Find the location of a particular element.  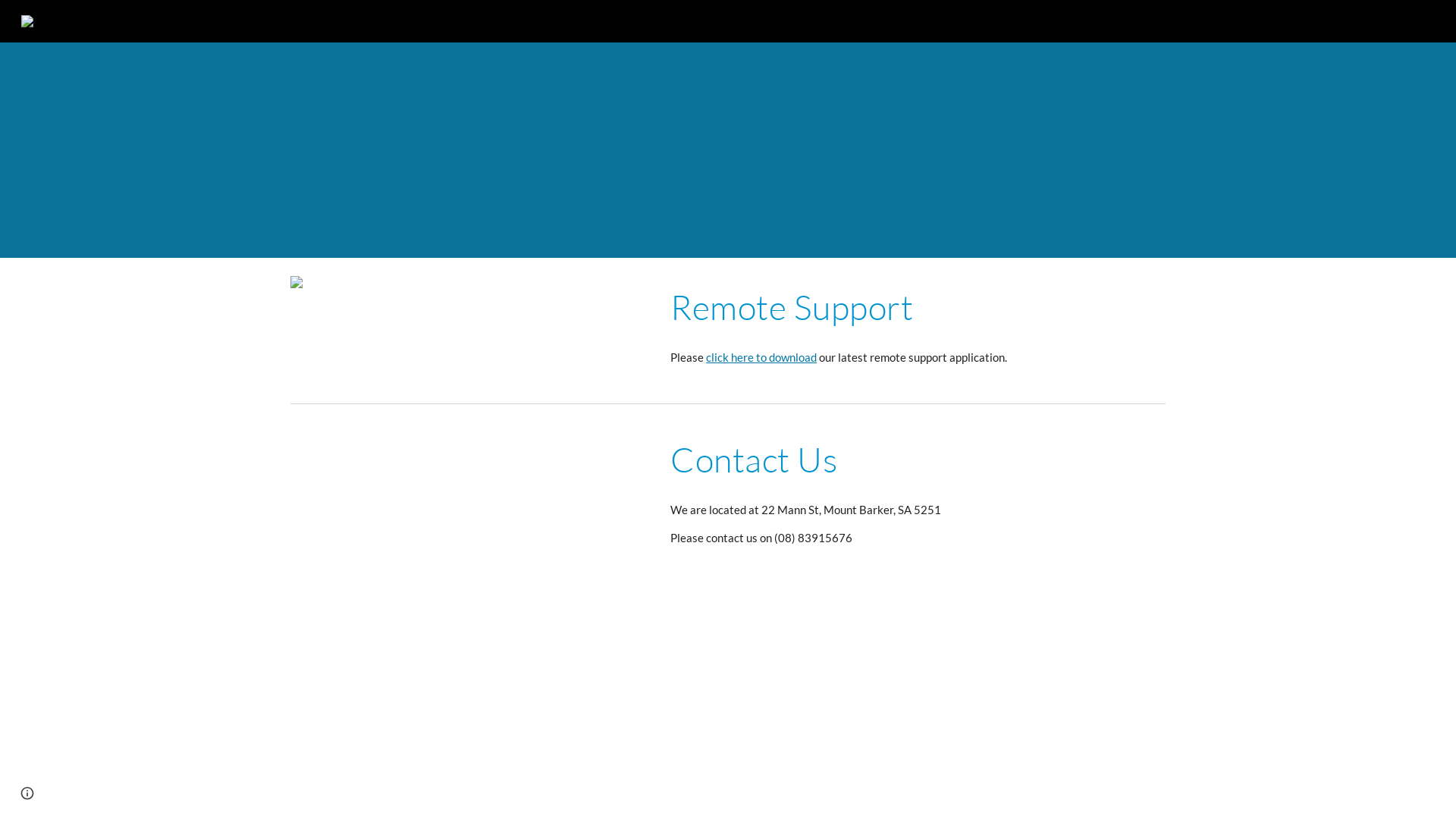

'click here to download' is located at coordinates (761, 357).